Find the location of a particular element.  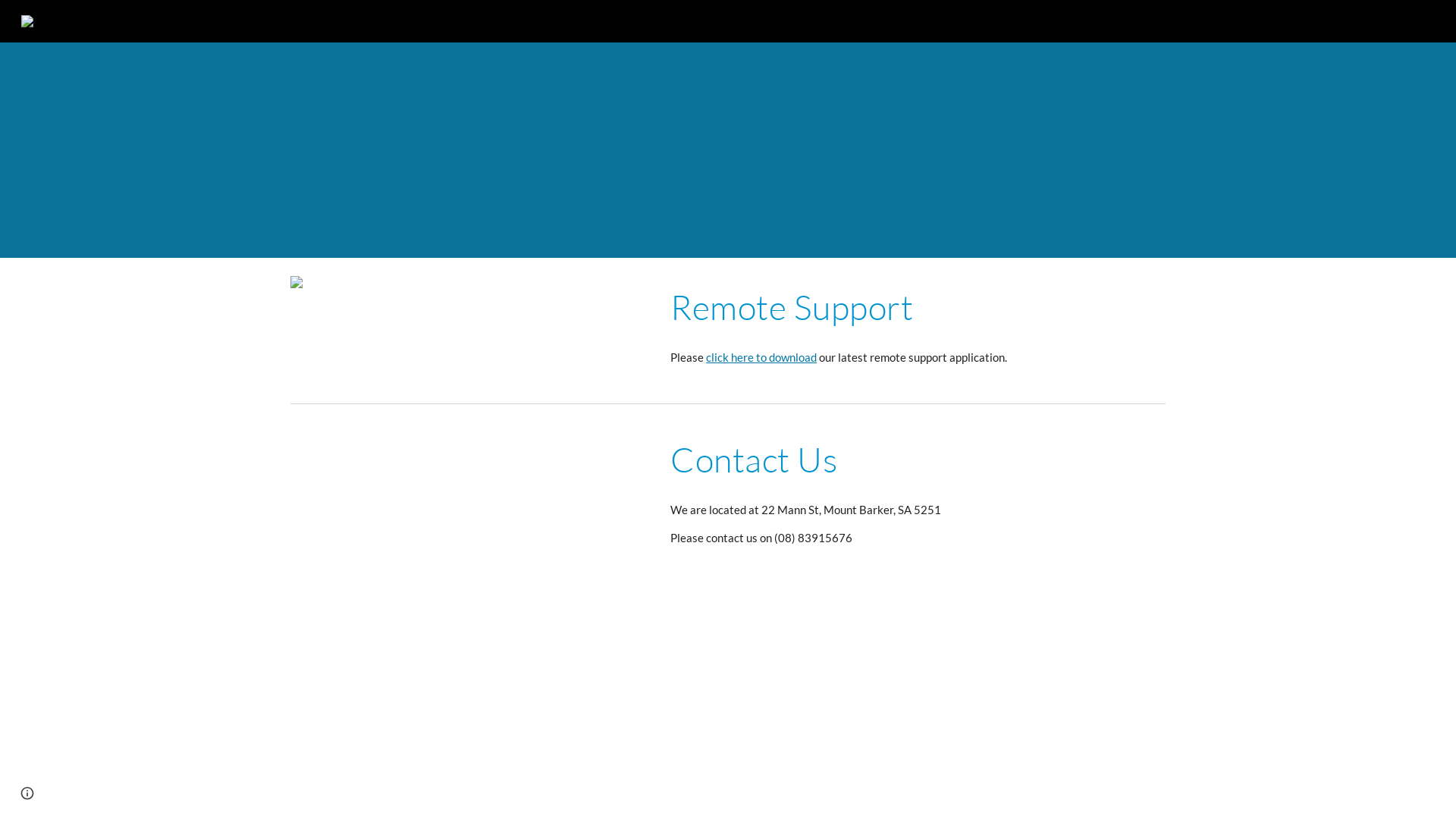

'click here to download' is located at coordinates (761, 357).